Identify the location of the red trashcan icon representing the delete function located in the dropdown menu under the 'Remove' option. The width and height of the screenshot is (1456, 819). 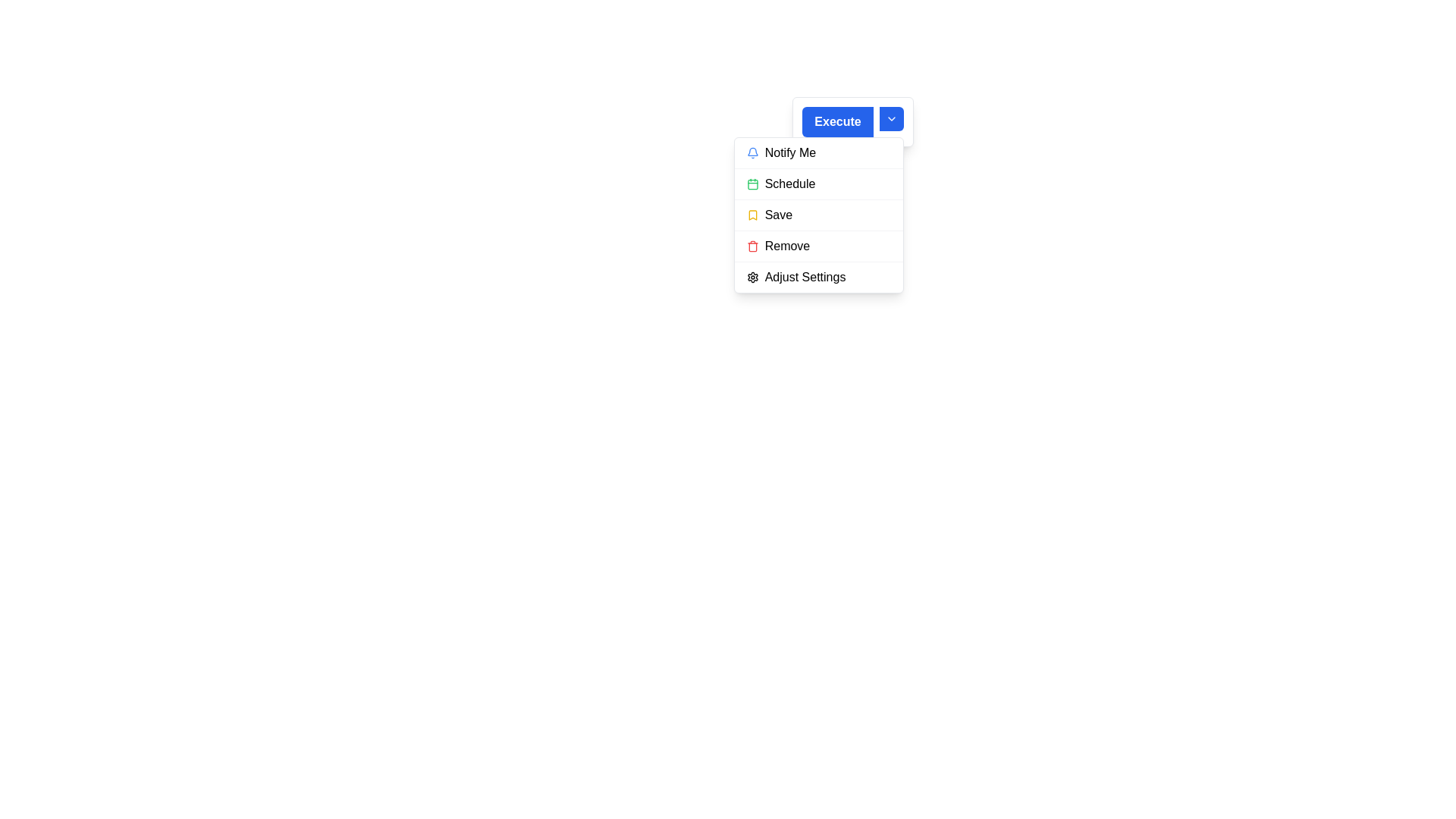
(752, 245).